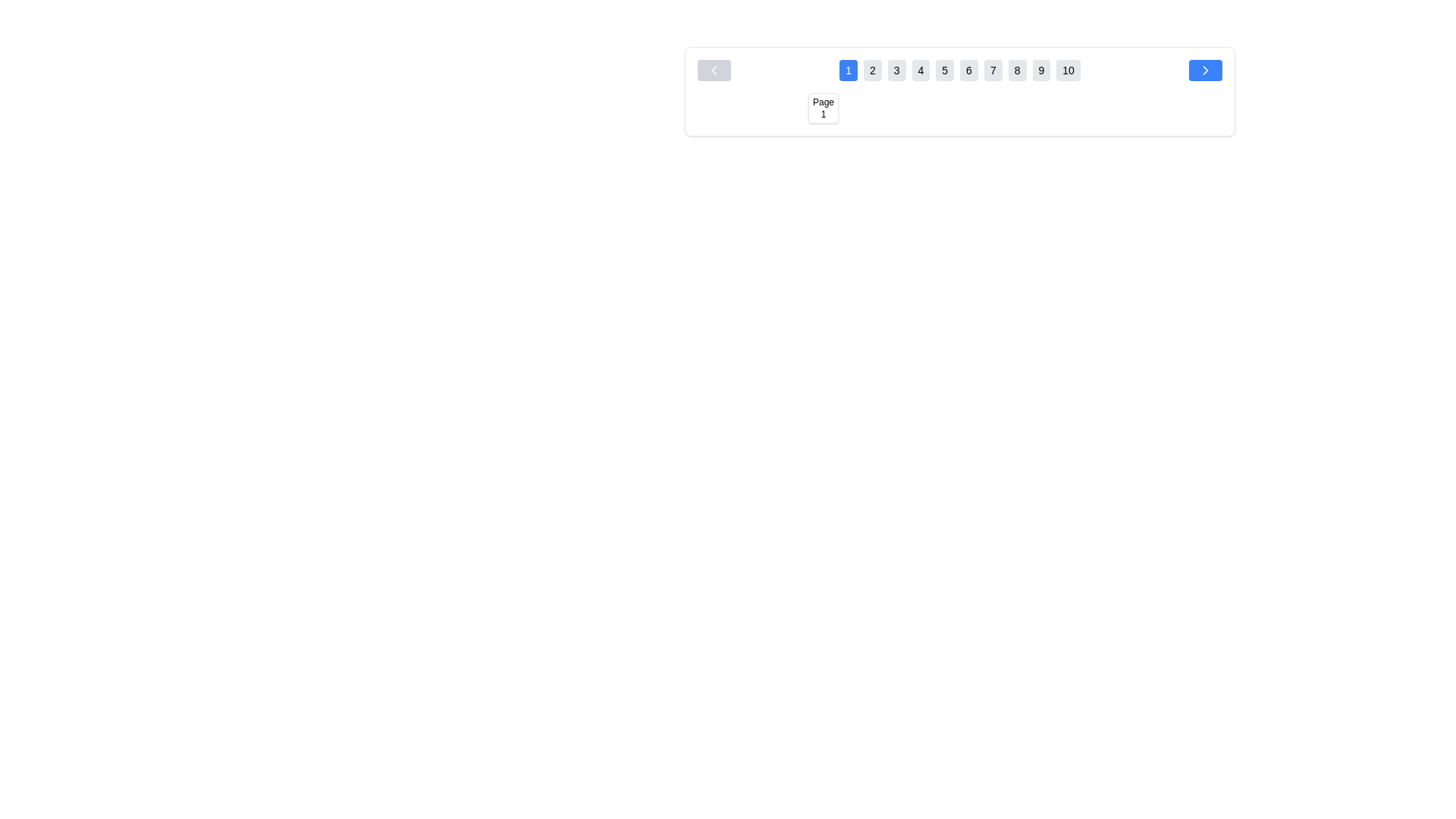 The image size is (1456, 819). What do you see at coordinates (847, 70) in the screenshot?
I see `the blue button with a white number '1'` at bounding box center [847, 70].